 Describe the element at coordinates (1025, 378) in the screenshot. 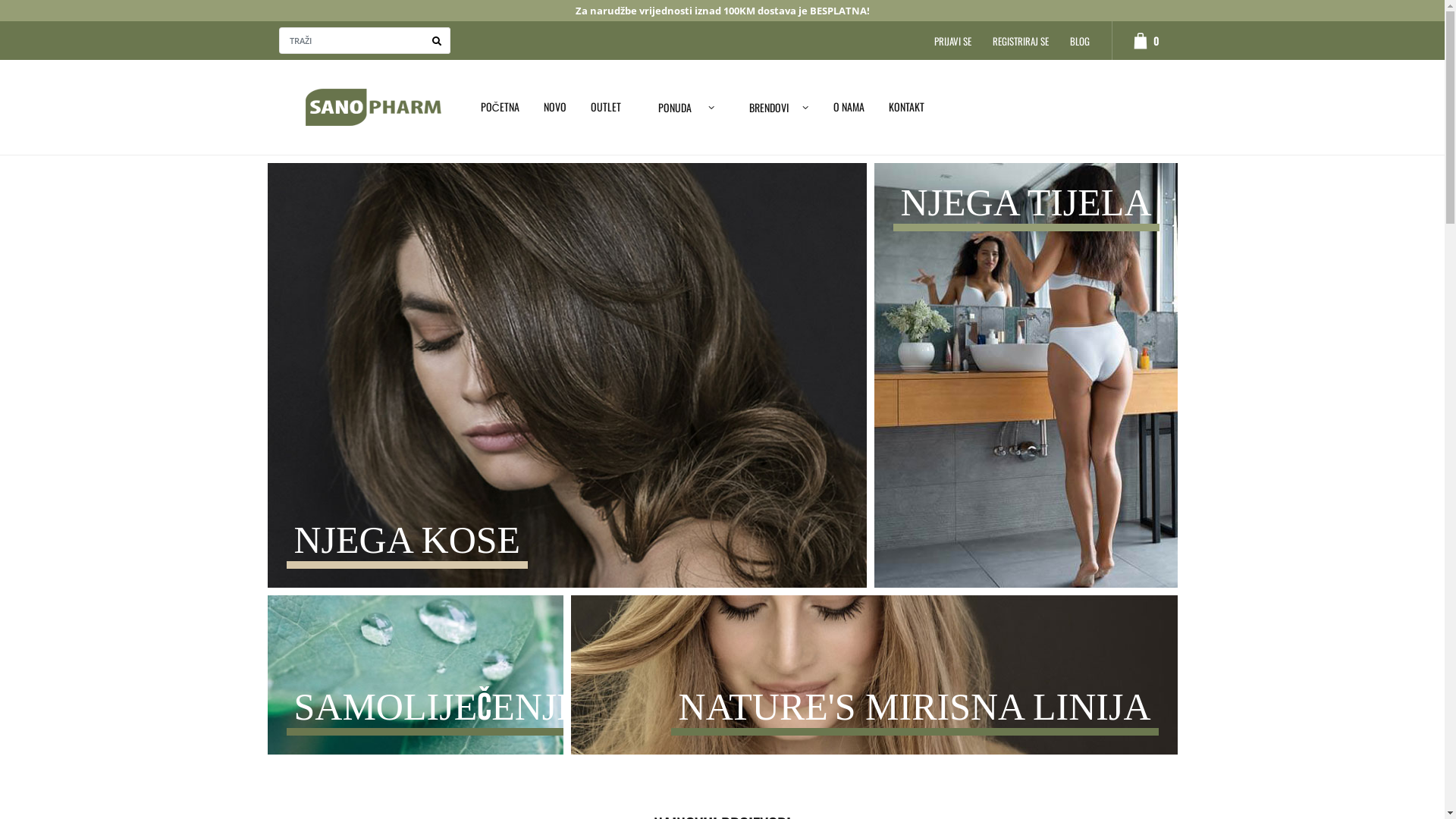

I see `'NJEGA TIJELA'` at that location.